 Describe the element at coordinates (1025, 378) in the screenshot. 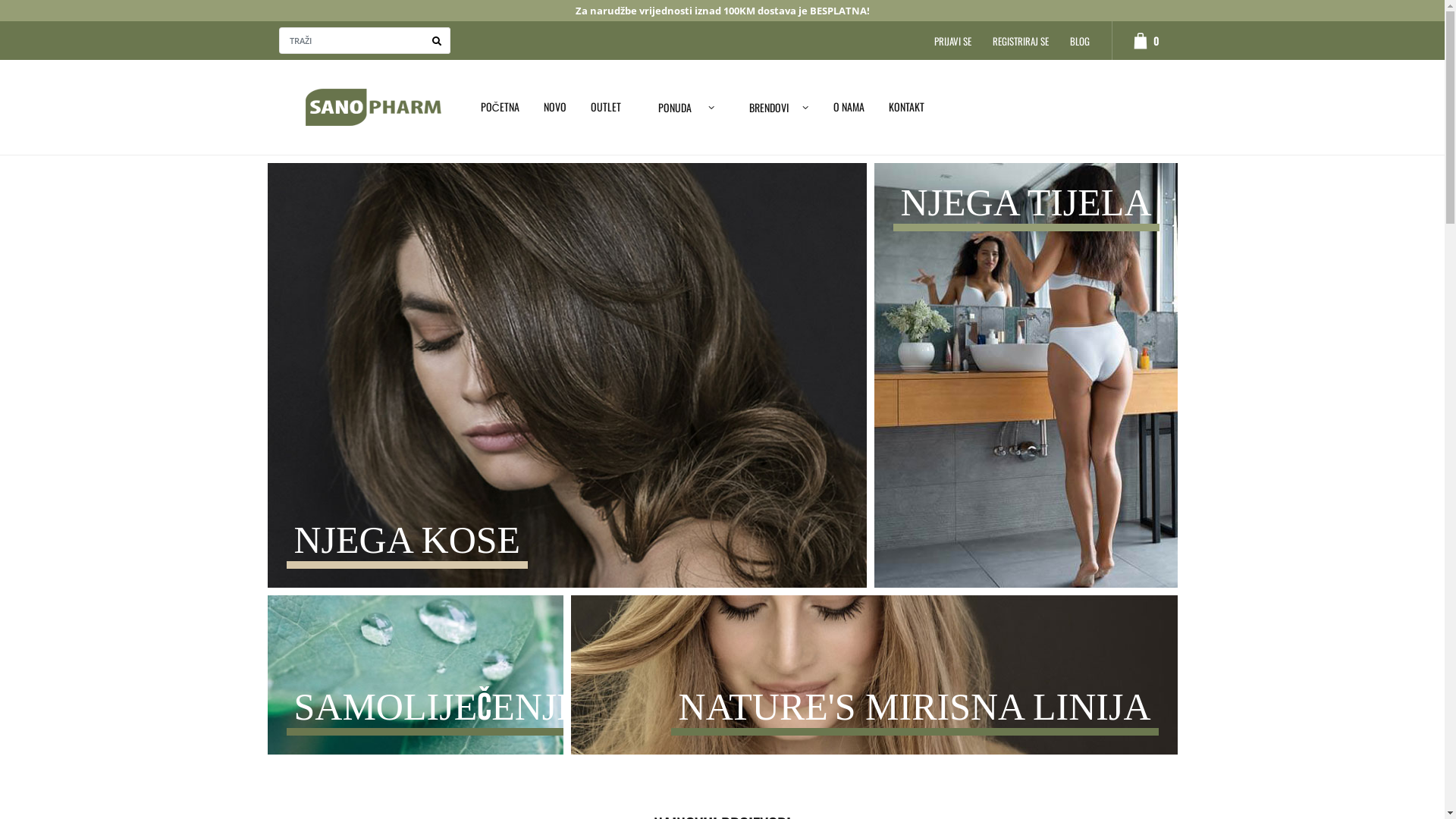

I see `'NJEGA TIJELA'` at that location.